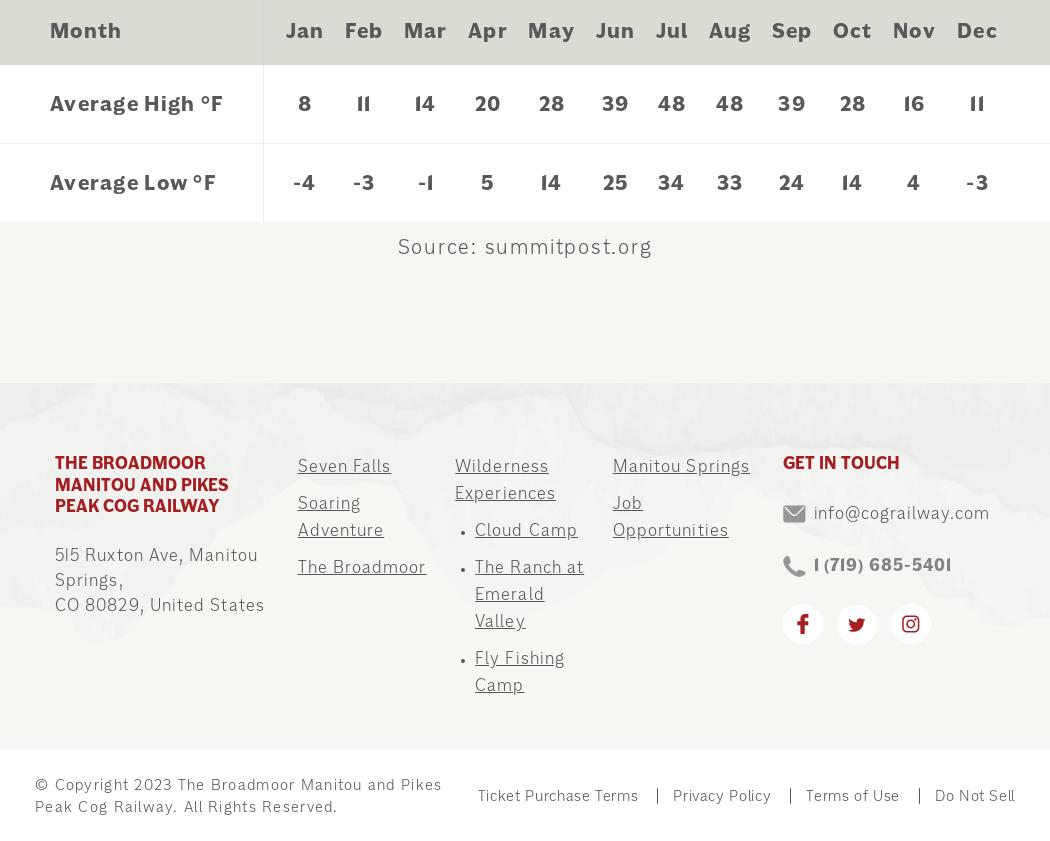  Describe the element at coordinates (601, 182) in the screenshot. I see `'25'` at that location.